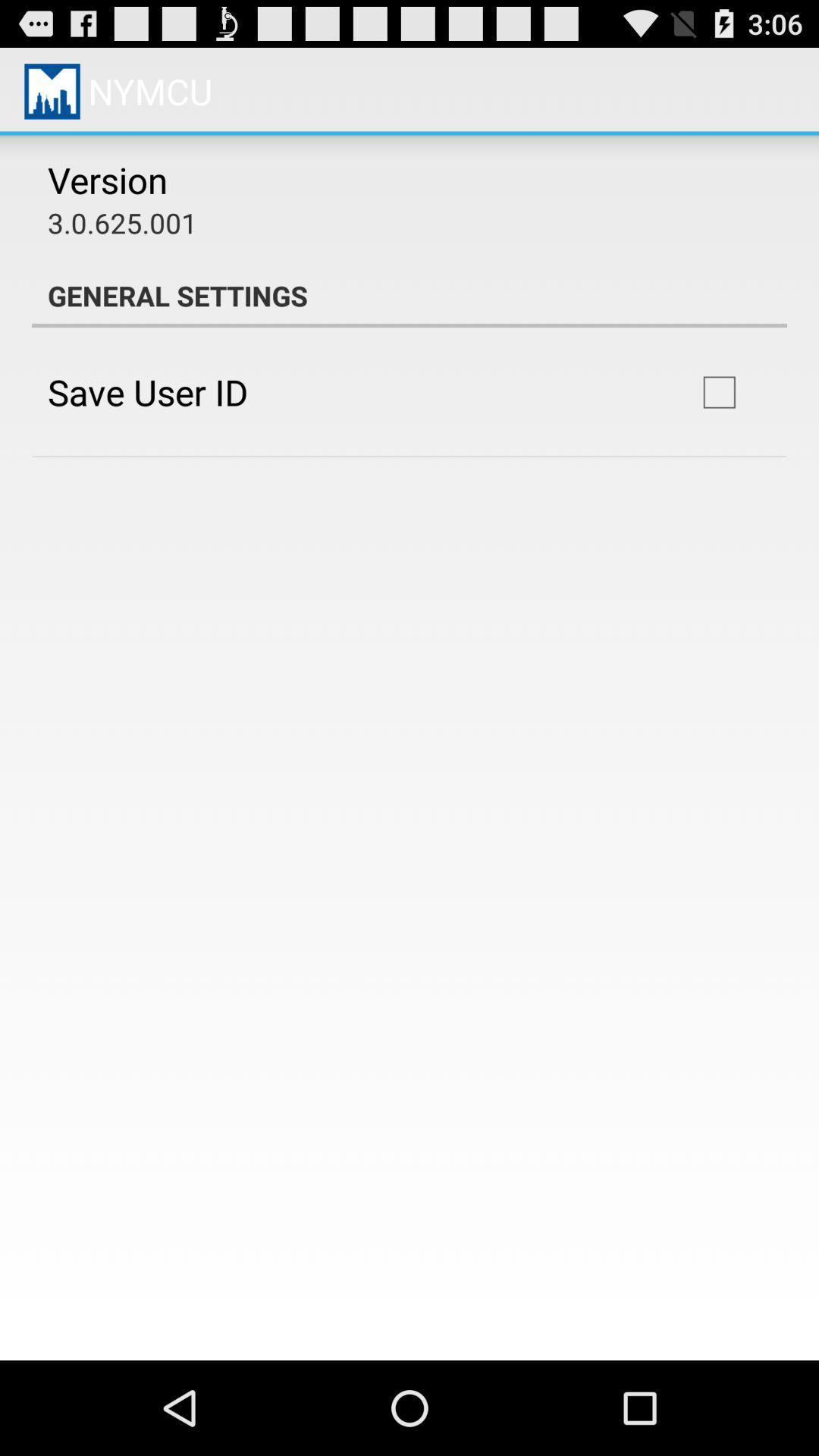 This screenshot has height=1456, width=819. Describe the element at coordinates (121, 221) in the screenshot. I see `3 0 625 app` at that location.